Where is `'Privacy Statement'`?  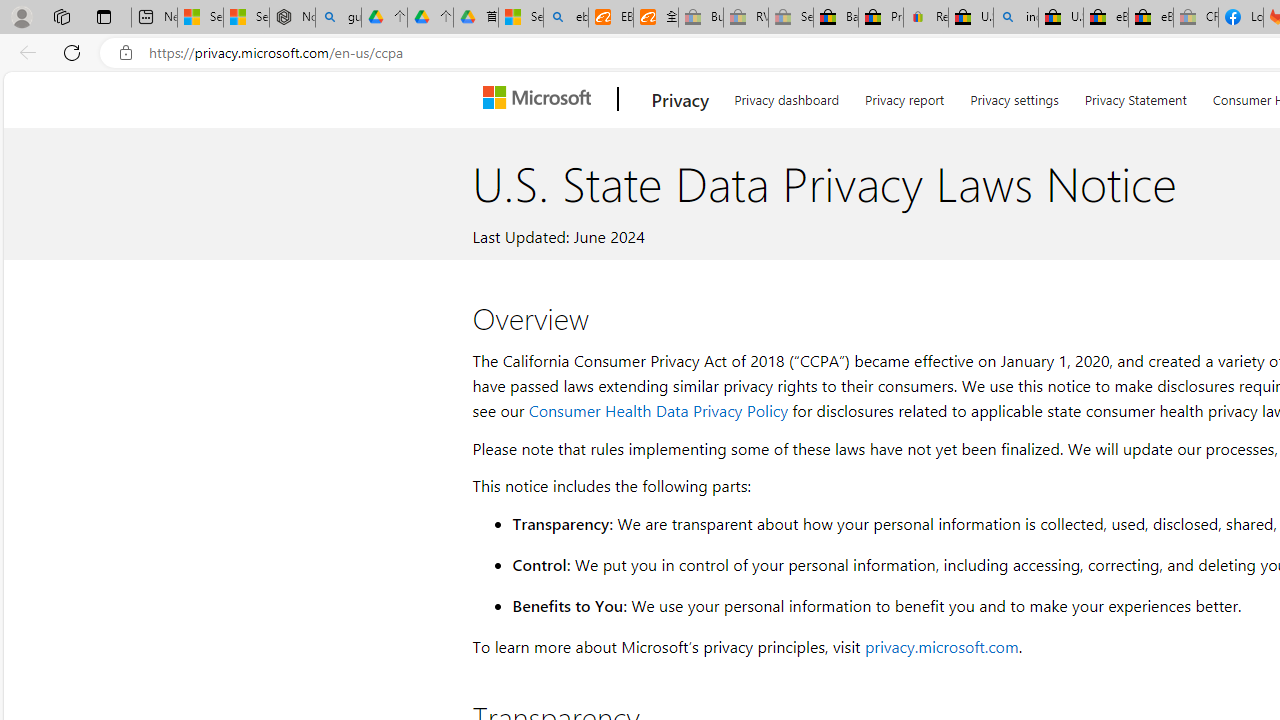 'Privacy Statement' is located at coordinates (1135, 96).